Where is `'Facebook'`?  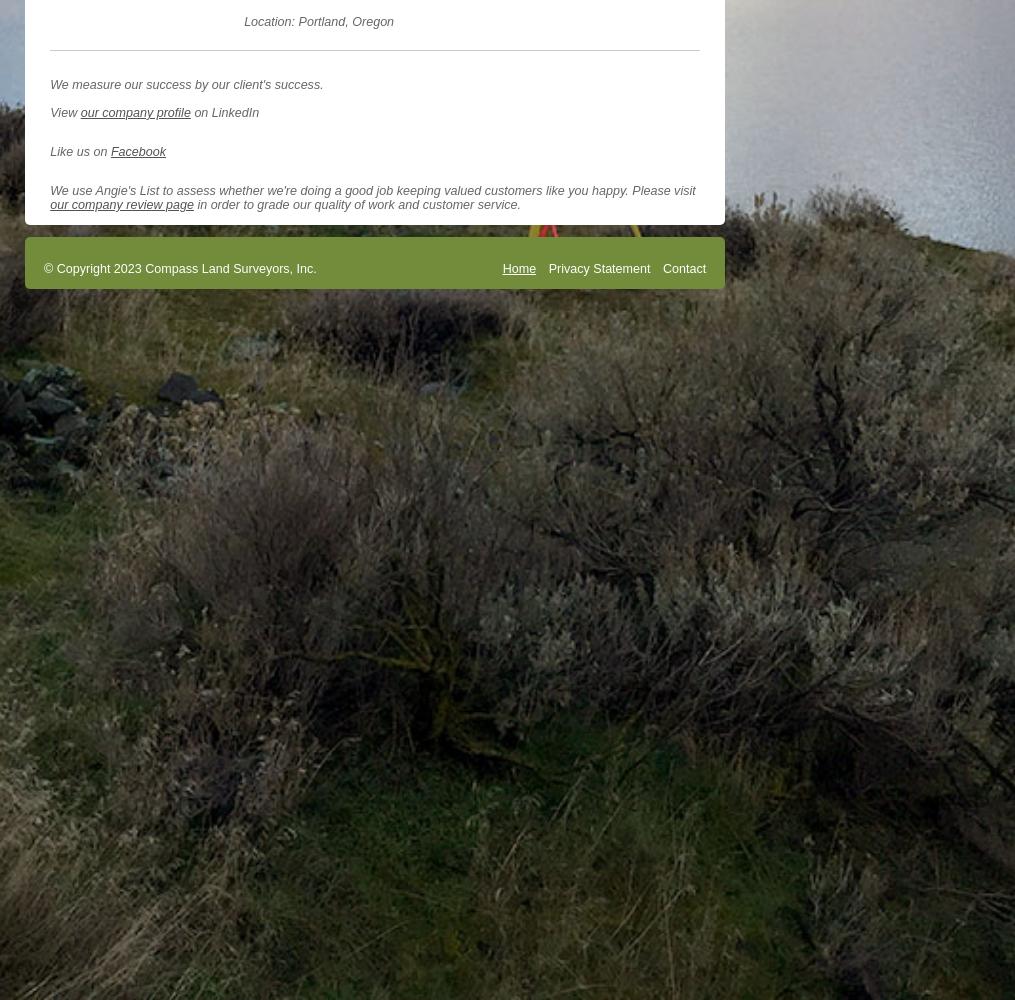 'Facebook' is located at coordinates (110, 151).